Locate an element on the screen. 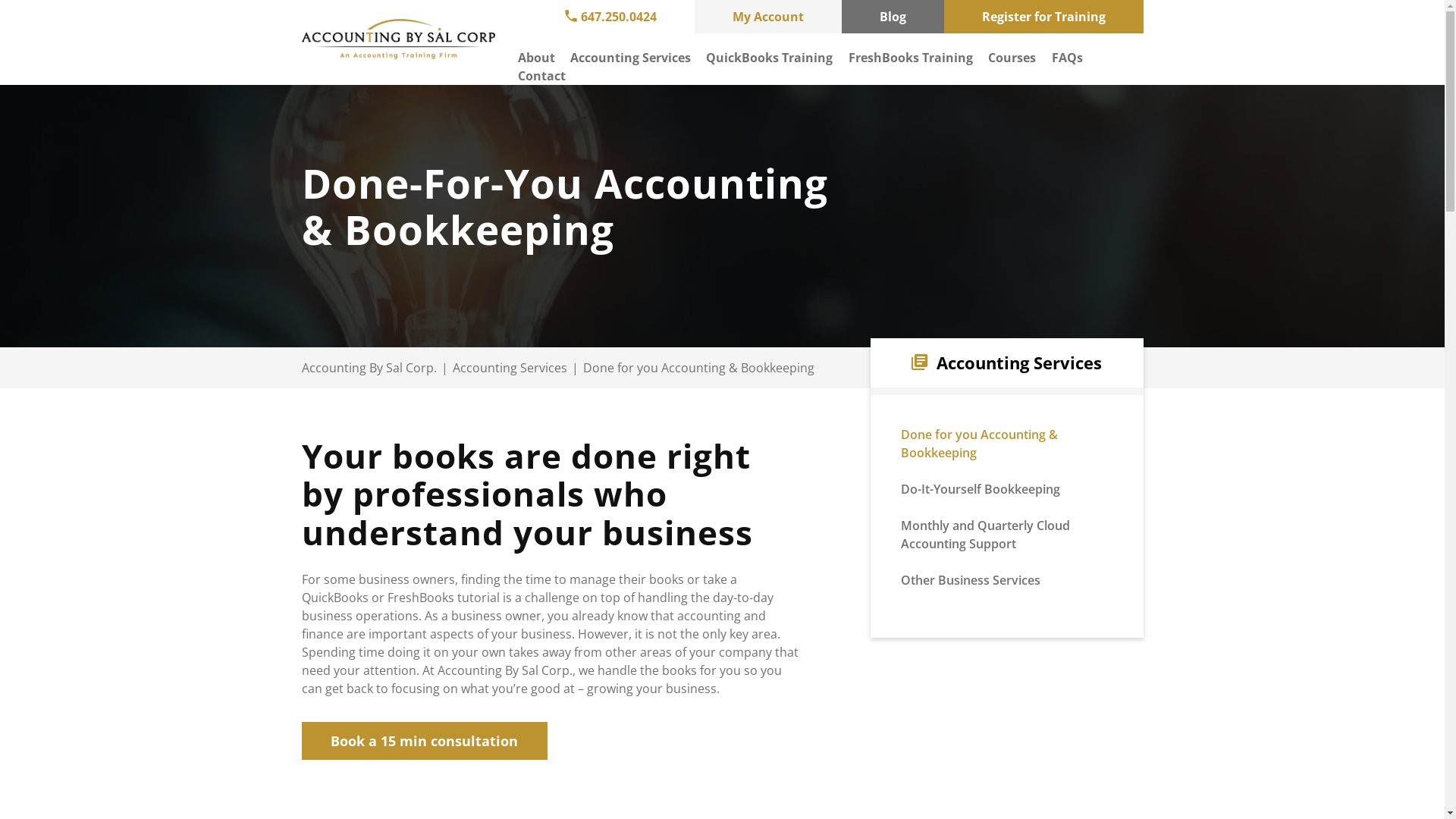  'FAQs' is located at coordinates (1051, 57).